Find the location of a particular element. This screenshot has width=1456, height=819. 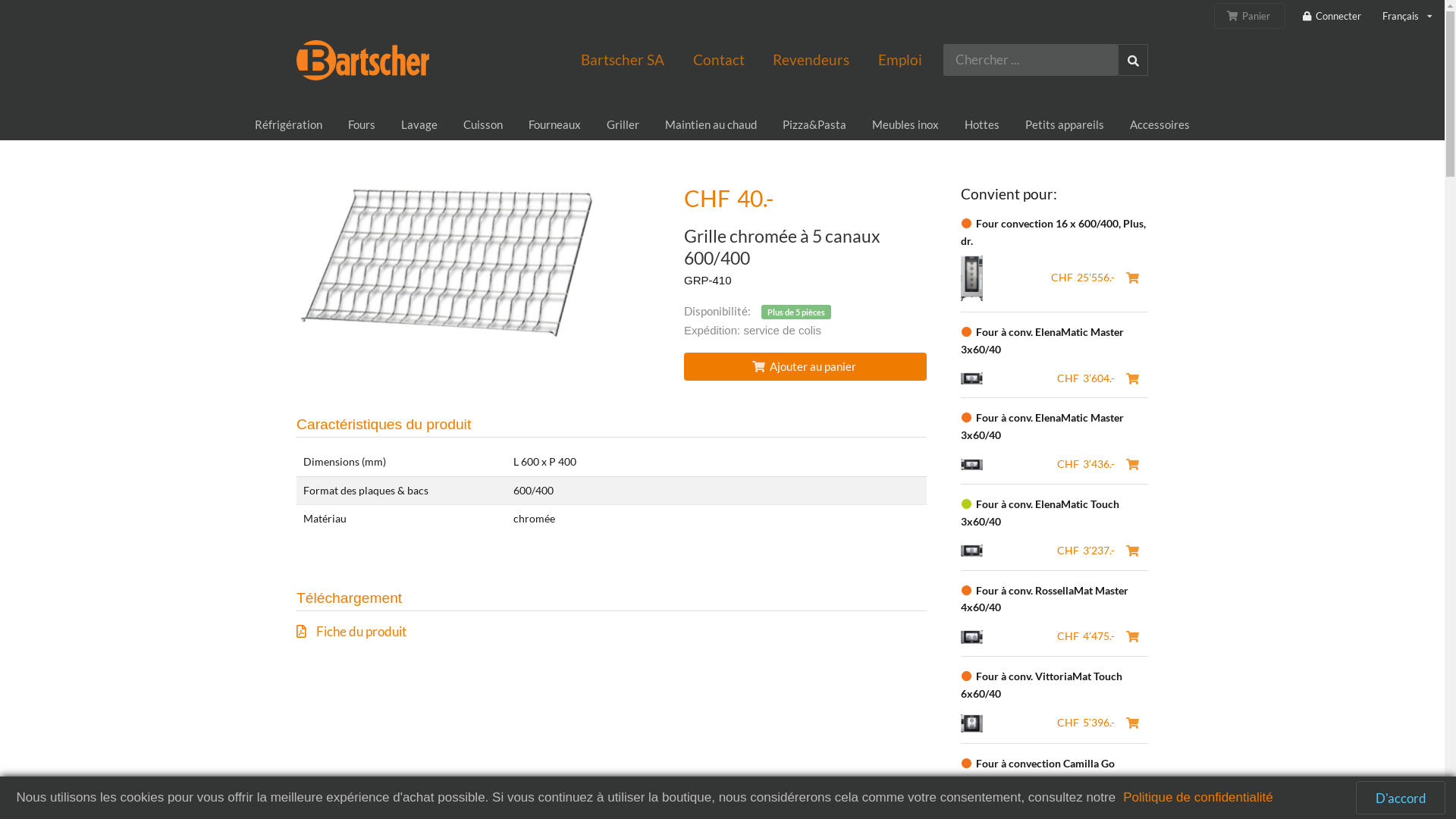

'D'accord' is located at coordinates (1400, 797).